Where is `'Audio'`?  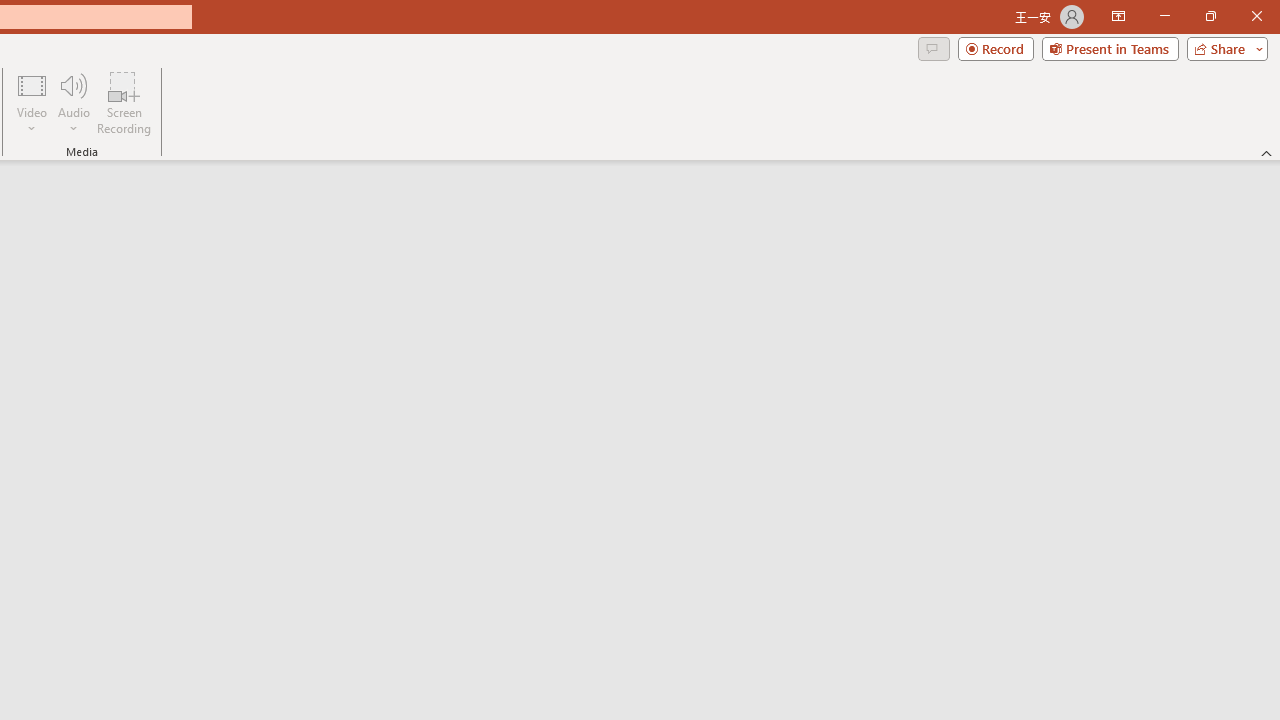 'Audio' is located at coordinates (73, 103).